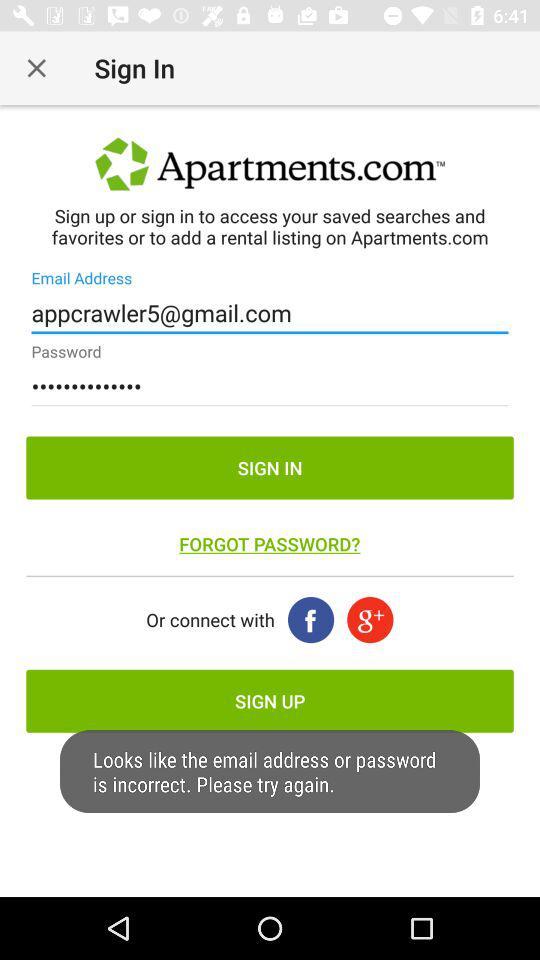  Describe the element at coordinates (311, 619) in the screenshot. I see `the facebook icon` at that location.